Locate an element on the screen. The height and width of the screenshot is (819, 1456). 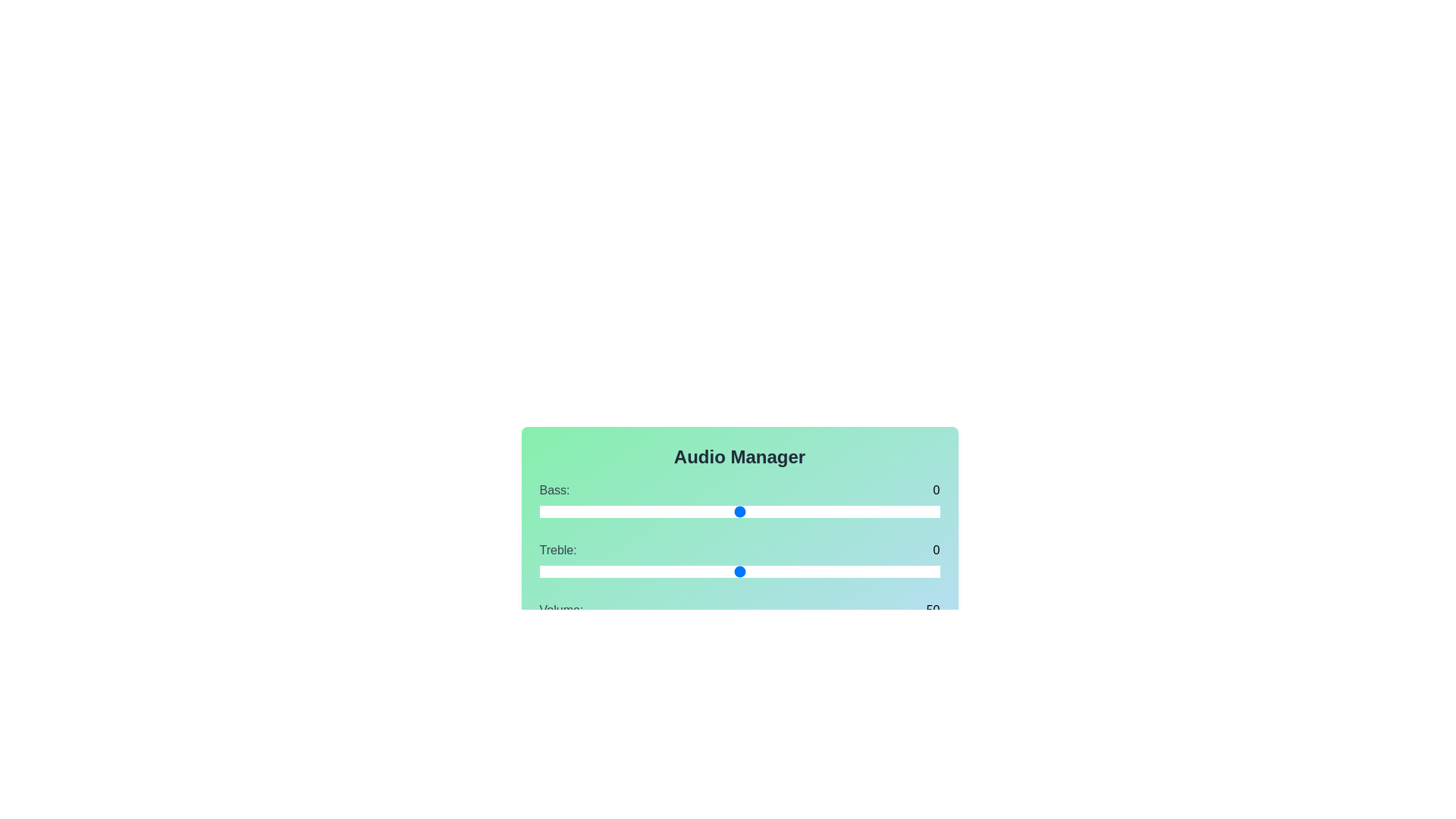
the Treble slider to 4 is located at coordinates (819, 571).